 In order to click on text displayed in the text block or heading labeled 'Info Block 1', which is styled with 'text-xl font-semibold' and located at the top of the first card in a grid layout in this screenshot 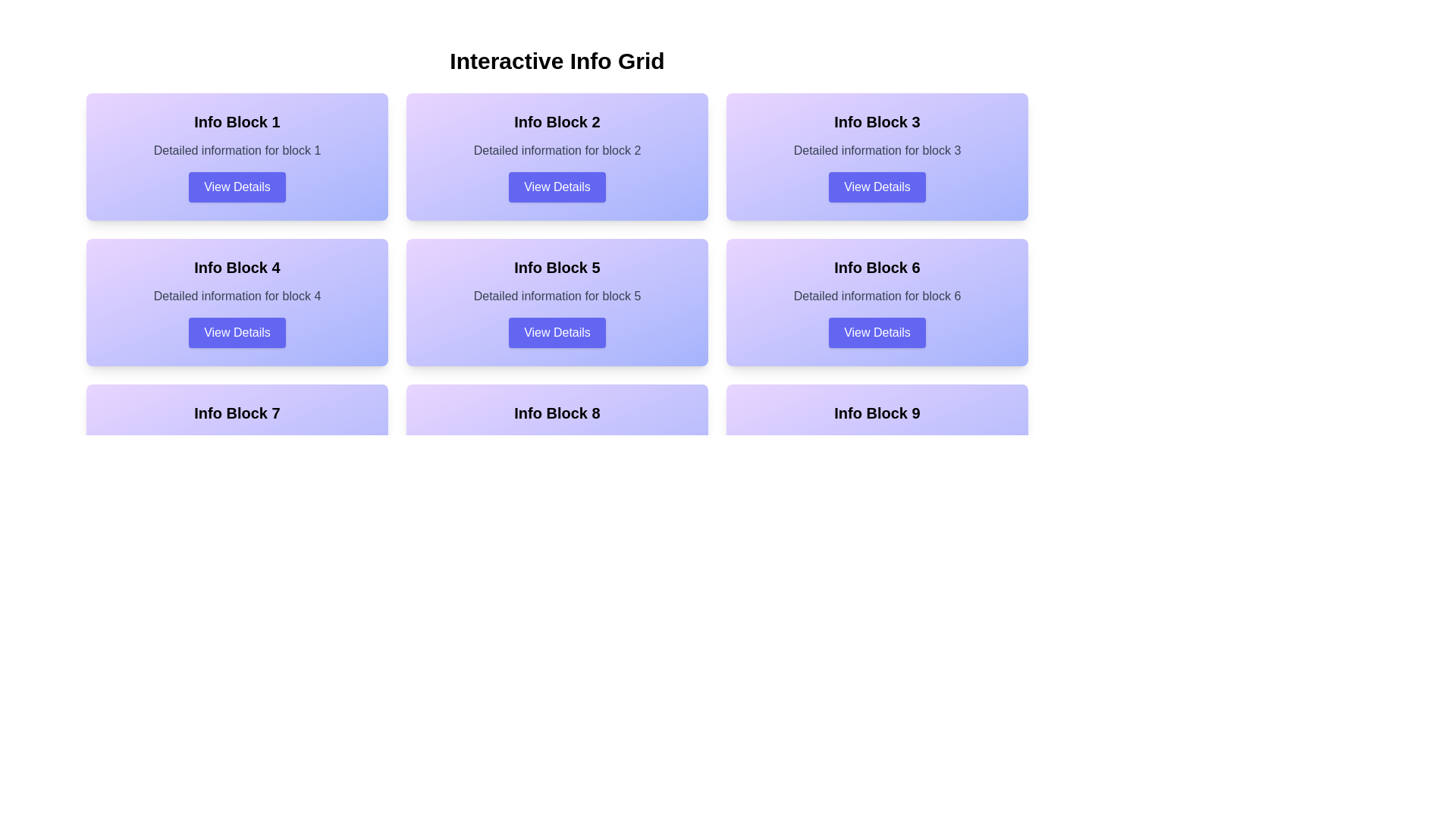, I will do `click(236, 121)`.